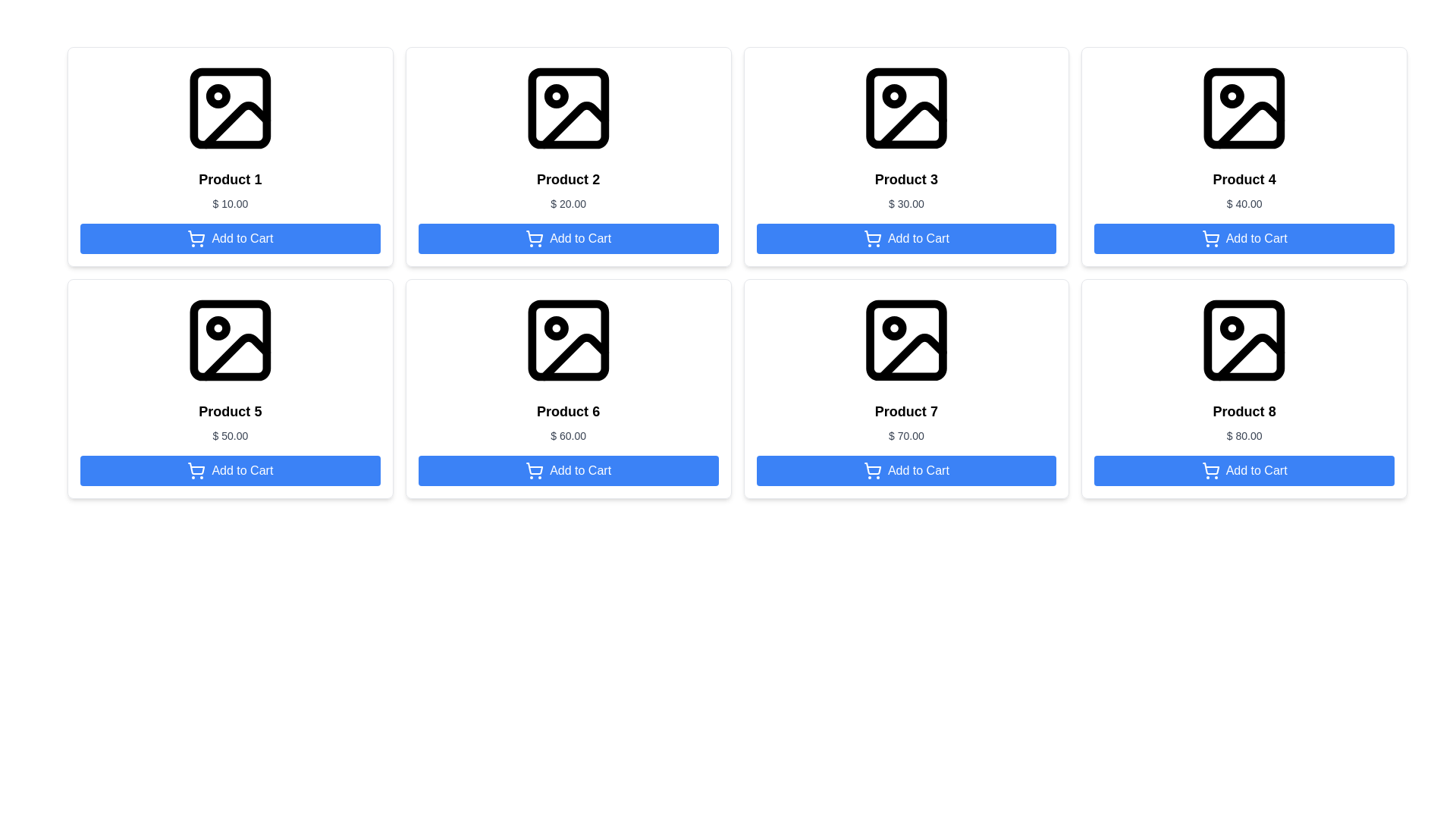 This screenshot has height=819, width=1456. What do you see at coordinates (217, 327) in the screenshot?
I see `the small circular icon located in the upper-left region of the fifth product card from the left in the second row of the grid layout` at bounding box center [217, 327].